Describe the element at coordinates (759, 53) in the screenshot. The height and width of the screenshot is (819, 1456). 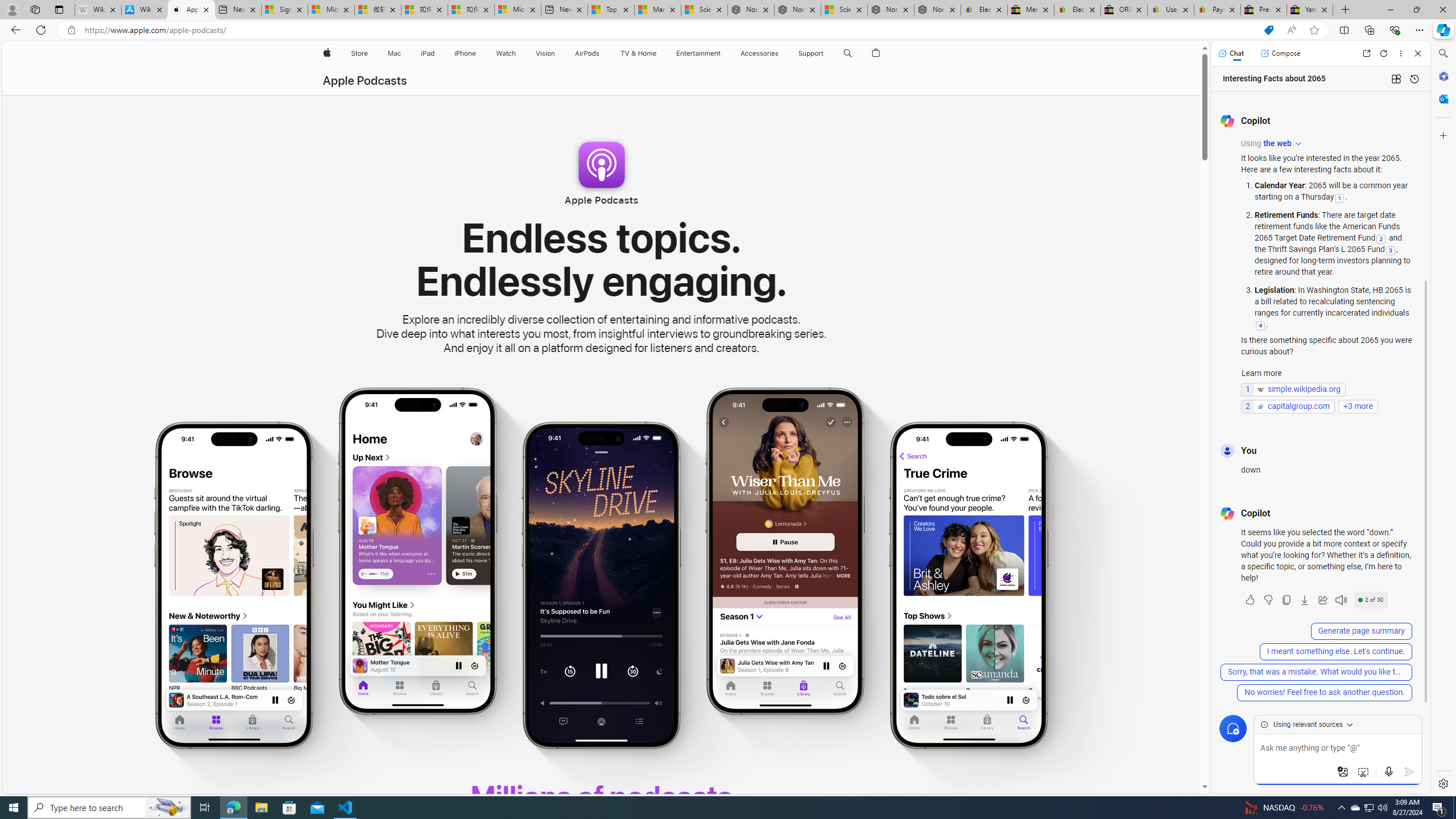
I see `'Accessories'` at that location.